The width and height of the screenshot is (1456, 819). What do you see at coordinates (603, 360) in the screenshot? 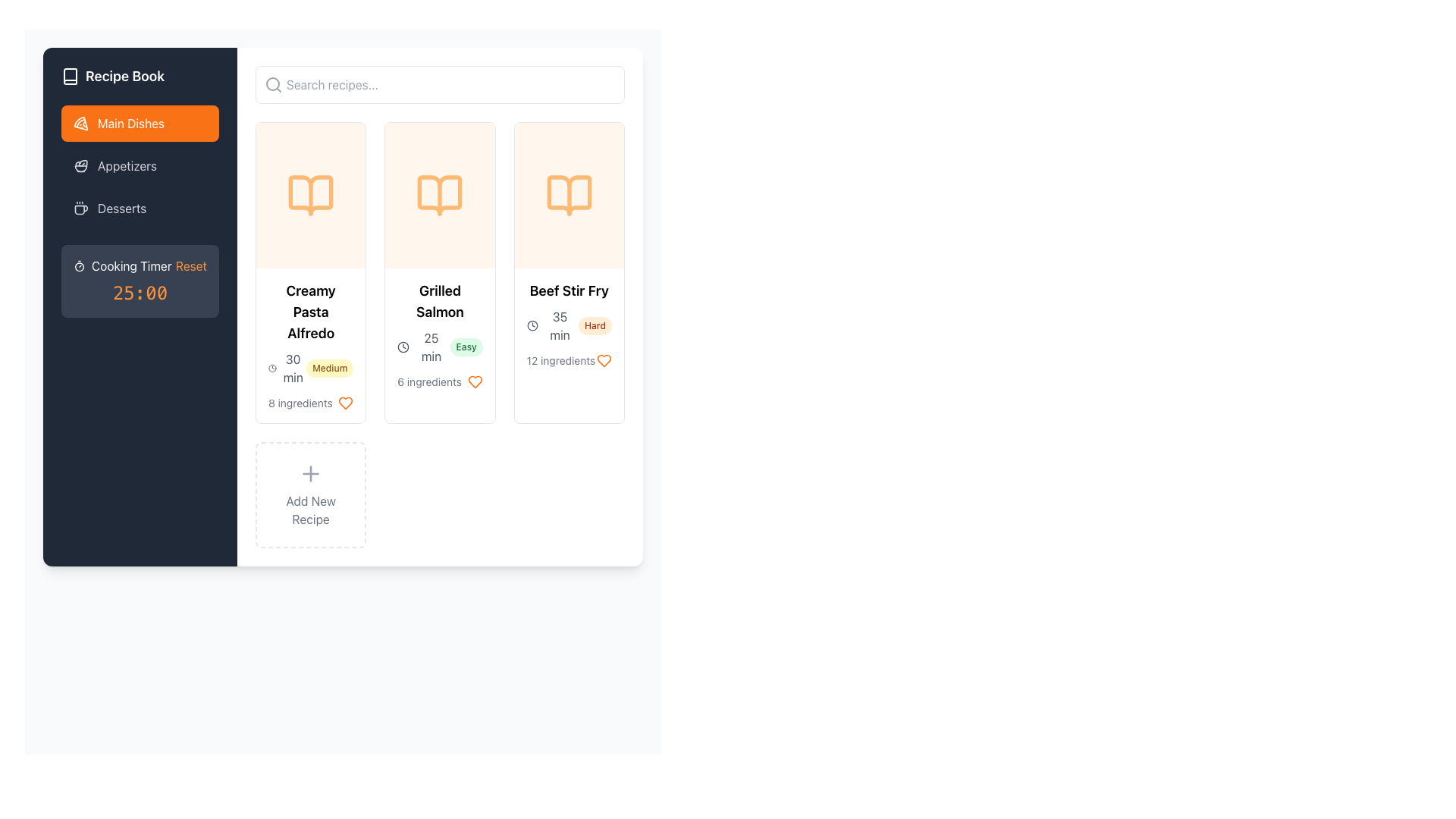
I see `the orange heart icon located in the bottom-right section of the 'Beef Stir Fry' recipe card to favorite the recipe` at bounding box center [603, 360].